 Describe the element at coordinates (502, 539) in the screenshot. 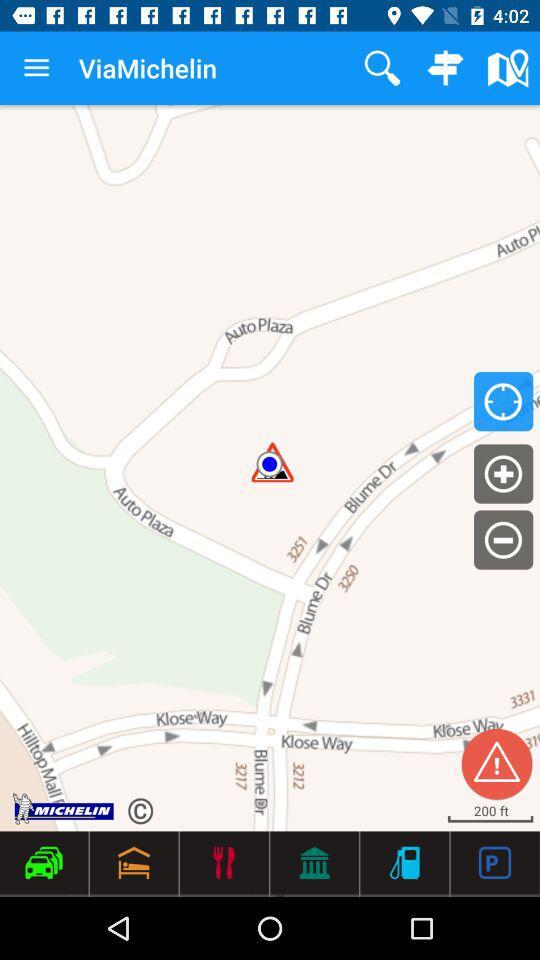

I see `the zoom out button on the web page` at that location.